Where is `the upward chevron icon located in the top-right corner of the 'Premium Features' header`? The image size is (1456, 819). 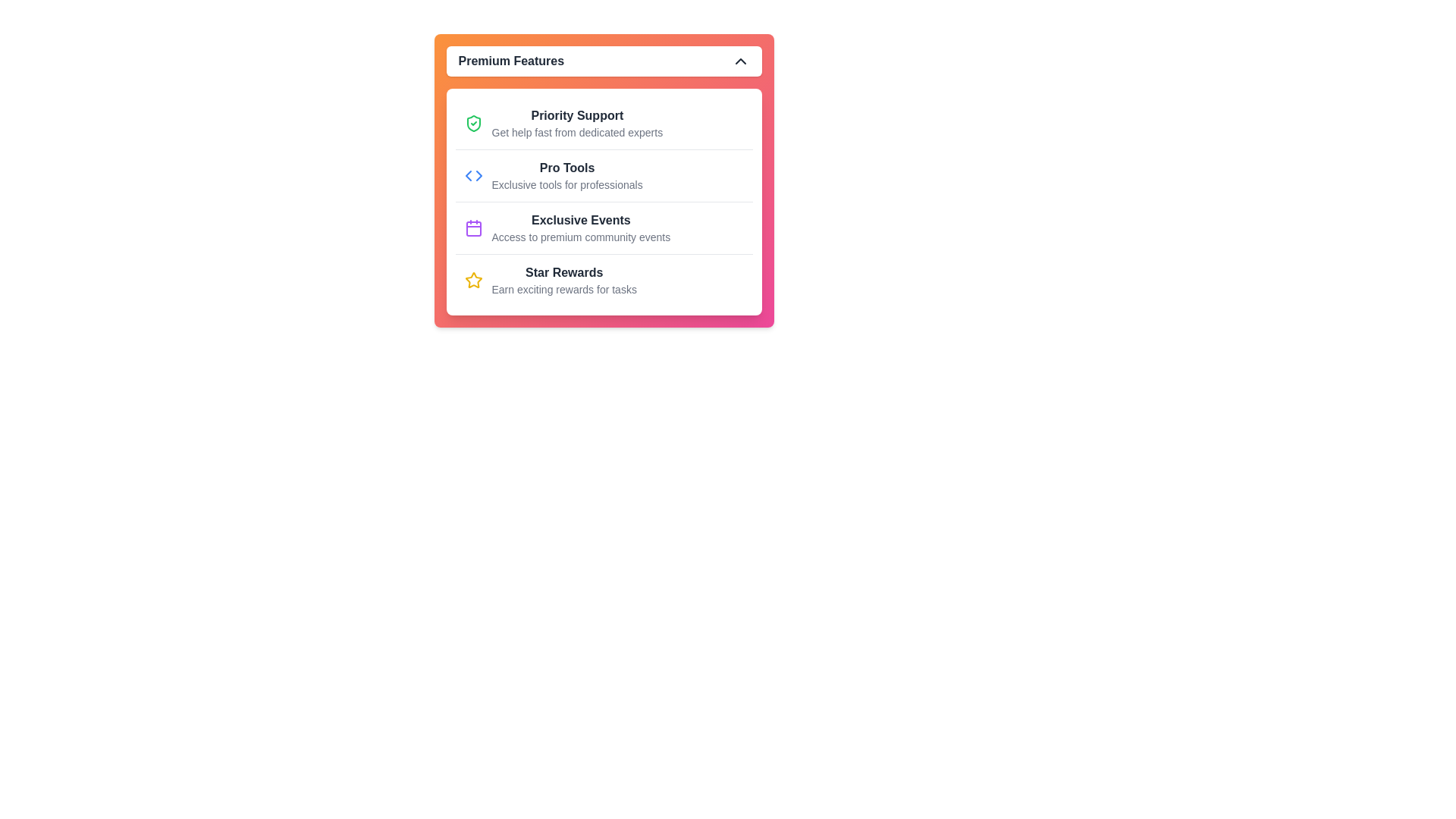 the upward chevron icon located in the top-right corner of the 'Premium Features' header is located at coordinates (740, 61).